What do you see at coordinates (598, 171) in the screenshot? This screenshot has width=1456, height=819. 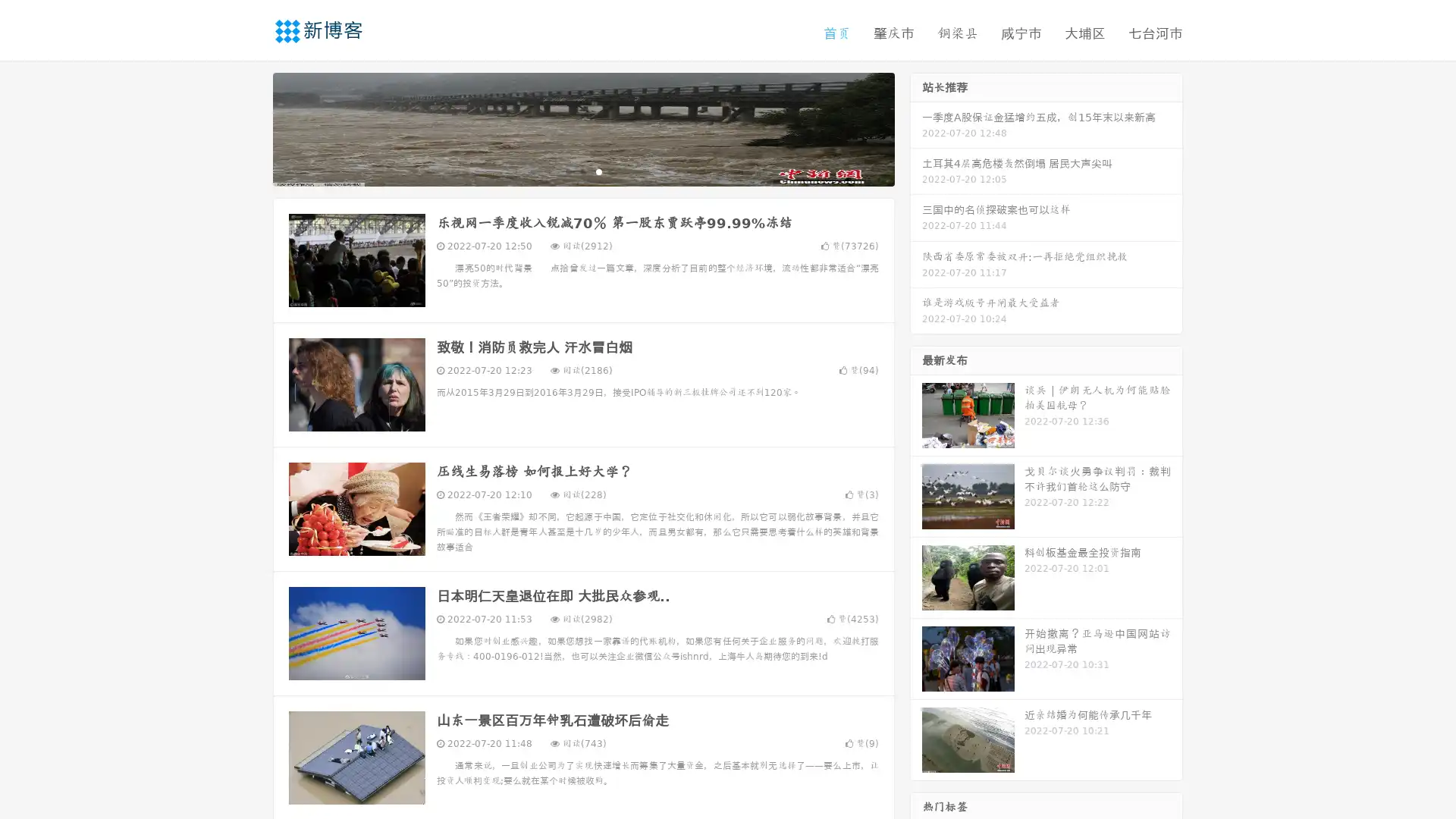 I see `Go to slide 3` at bounding box center [598, 171].